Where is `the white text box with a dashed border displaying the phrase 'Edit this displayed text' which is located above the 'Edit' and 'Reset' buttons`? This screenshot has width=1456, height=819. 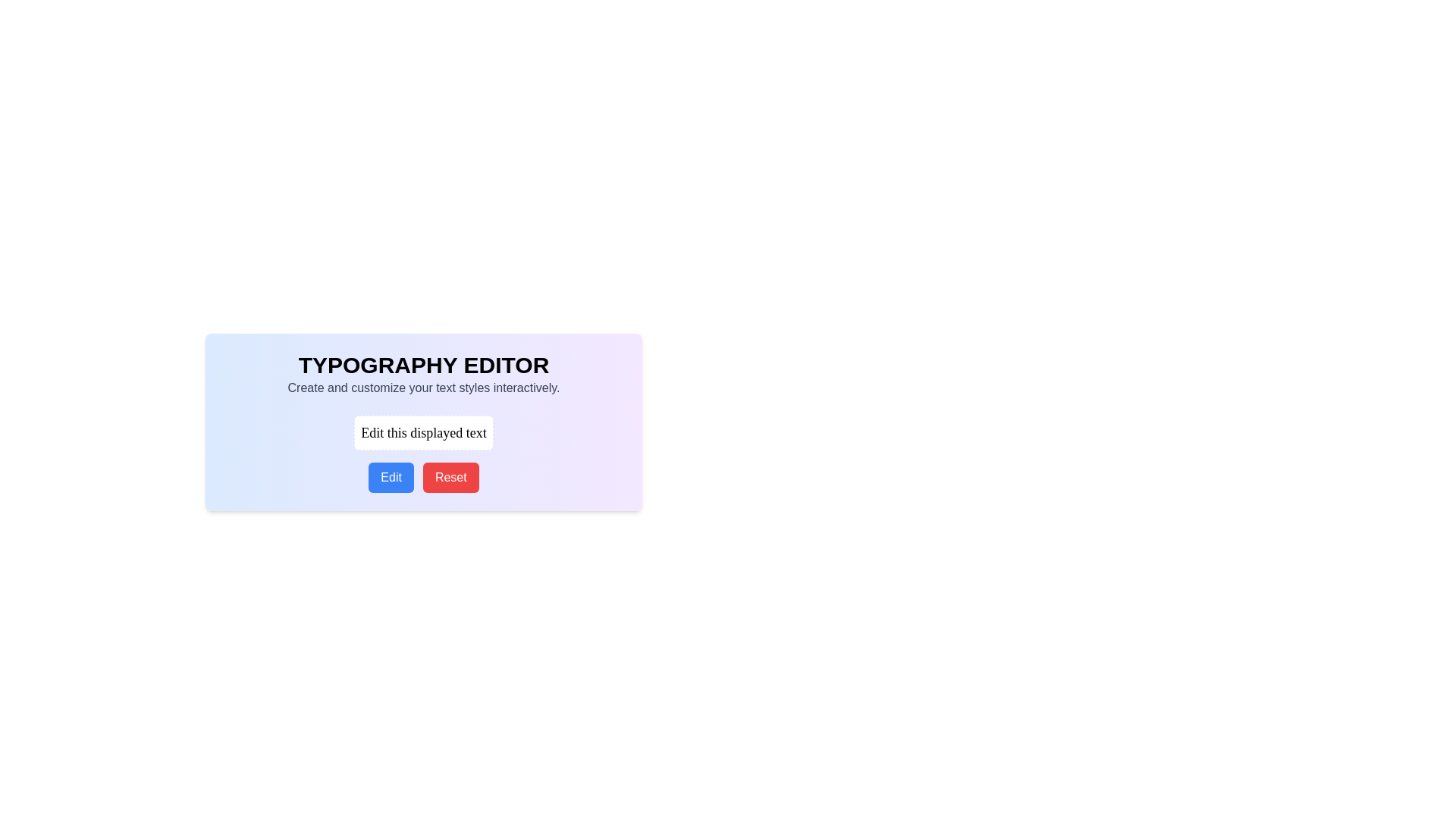
the white text box with a dashed border displaying the phrase 'Edit this displayed text' which is located above the 'Edit' and 'Reset' buttons is located at coordinates (423, 432).